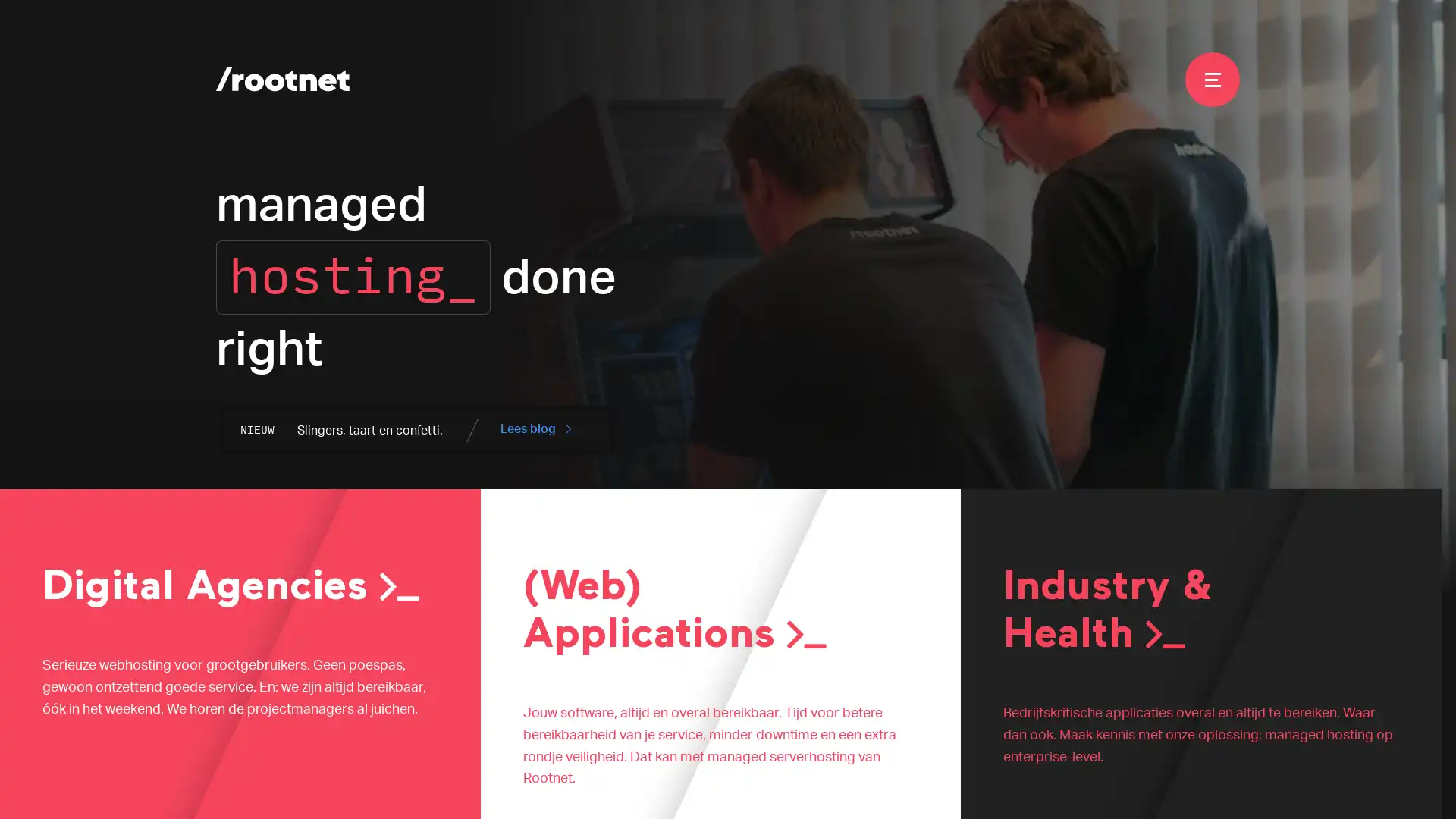  Describe the element at coordinates (1254, 788) in the screenshot. I see `Alles afwijzen` at that location.